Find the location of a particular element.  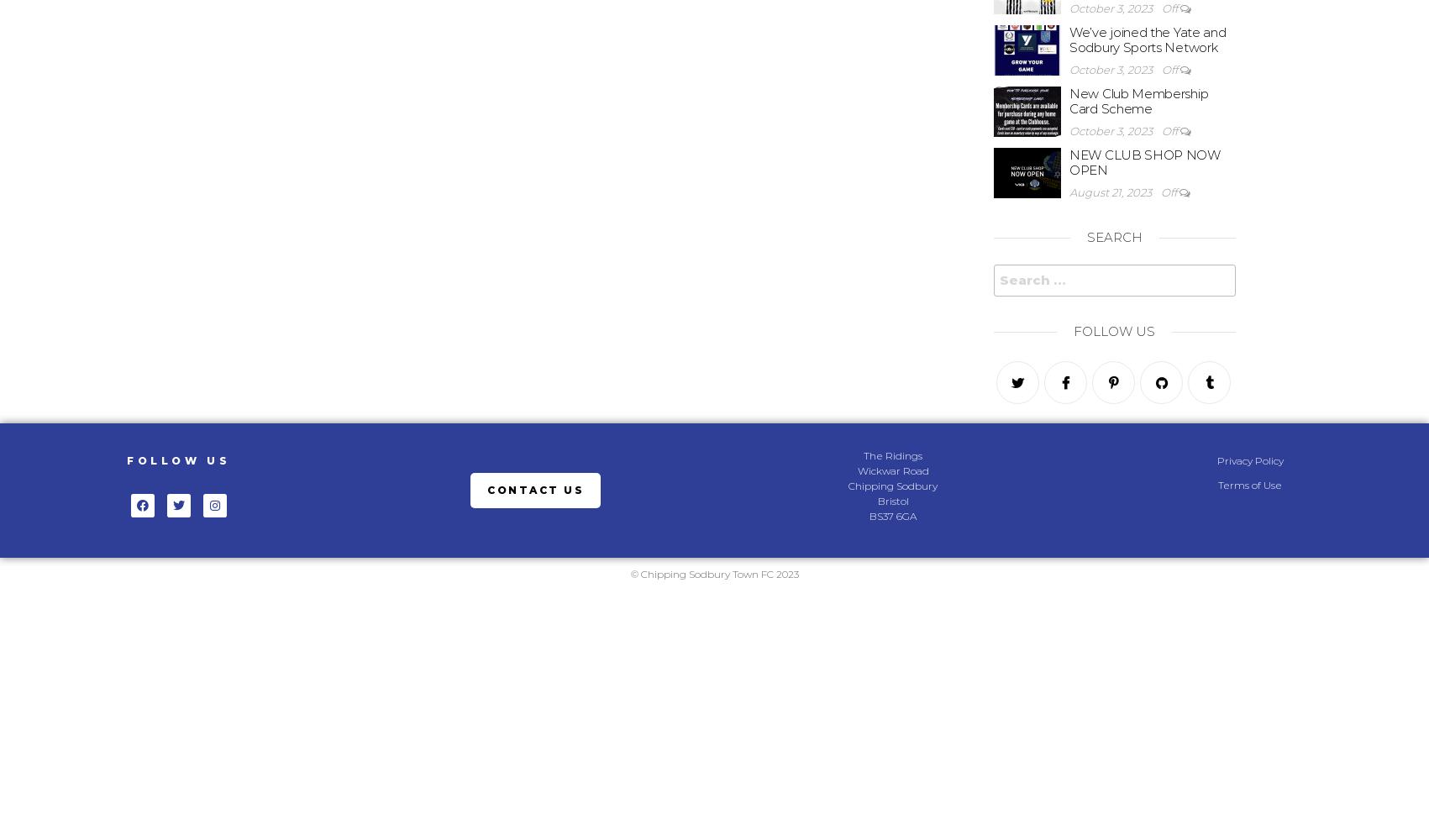

'The Ridings' is located at coordinates (892, 455).